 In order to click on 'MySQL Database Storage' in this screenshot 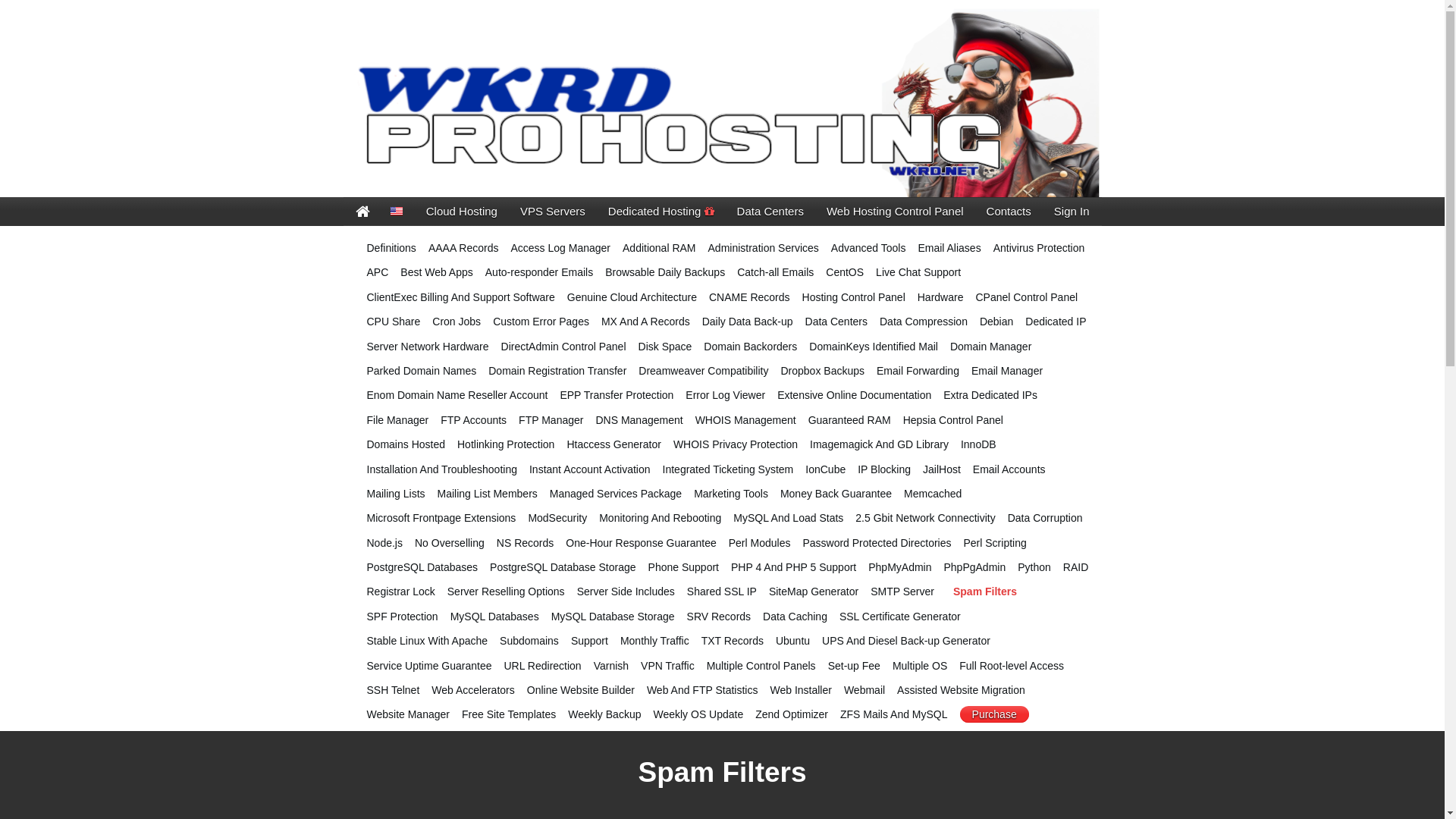, I will do `click(613, 617)`.